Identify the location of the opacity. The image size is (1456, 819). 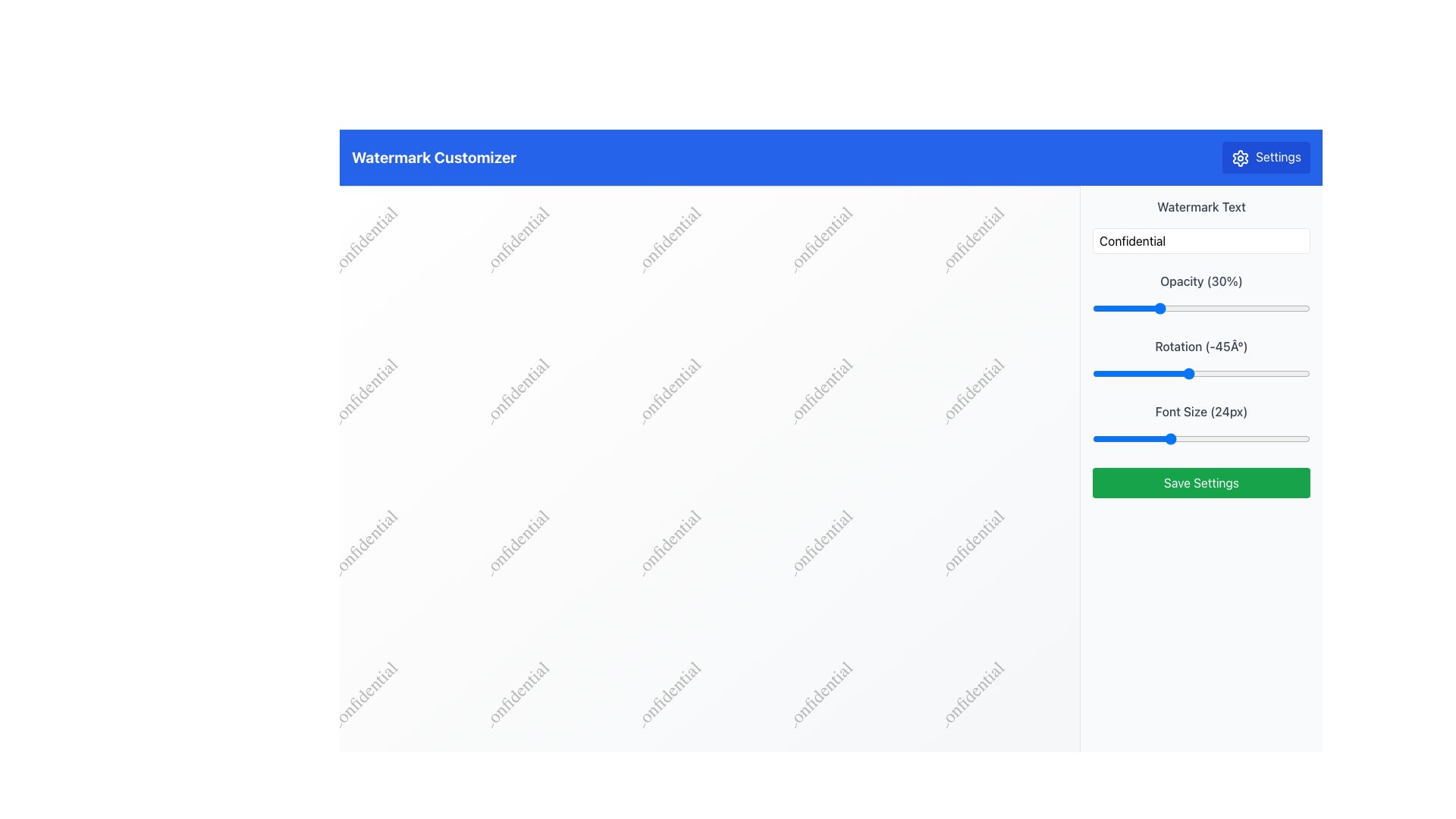
(1209, 307).